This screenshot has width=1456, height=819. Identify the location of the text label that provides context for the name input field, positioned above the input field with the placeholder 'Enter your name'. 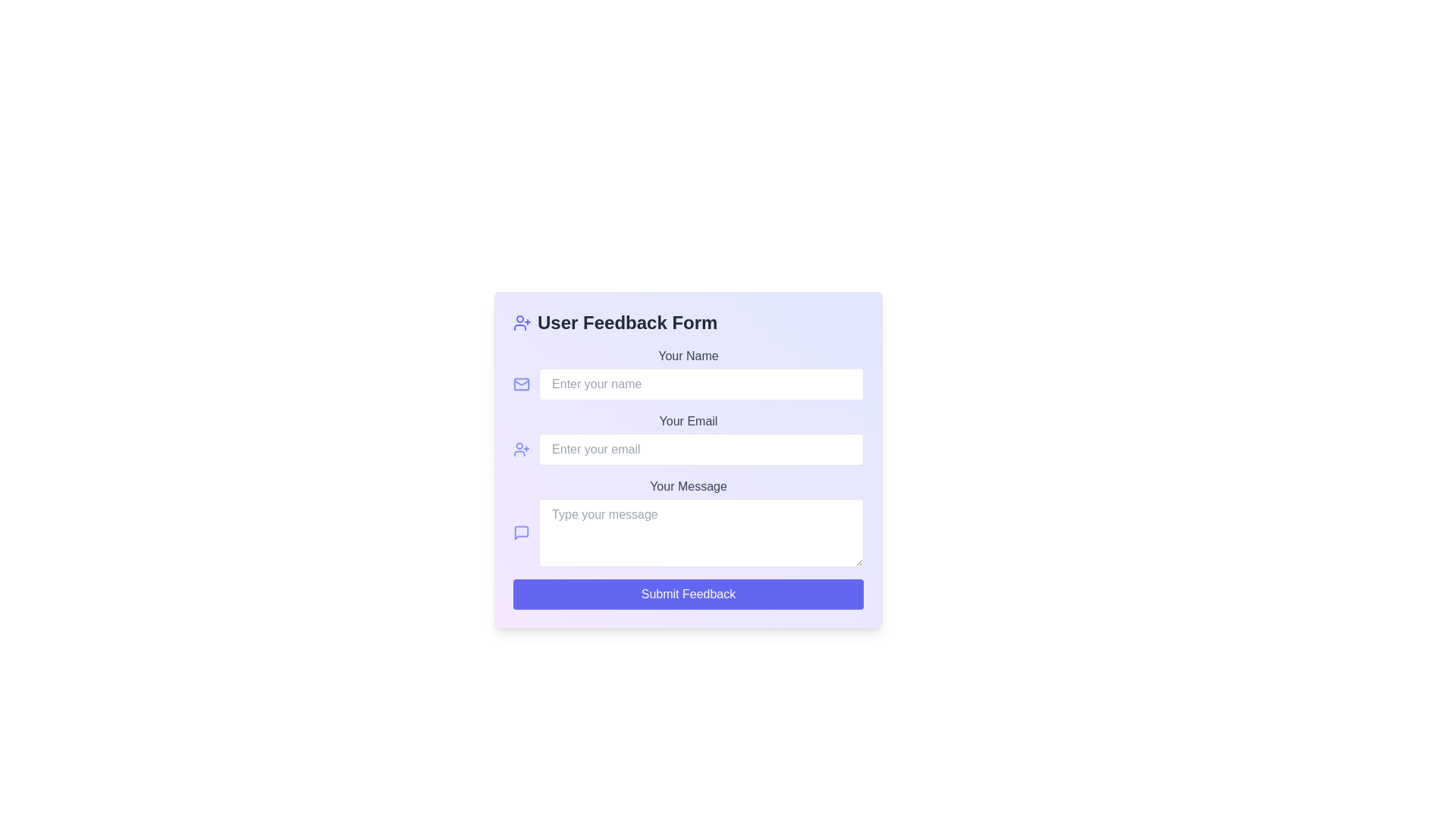
(687, 356).